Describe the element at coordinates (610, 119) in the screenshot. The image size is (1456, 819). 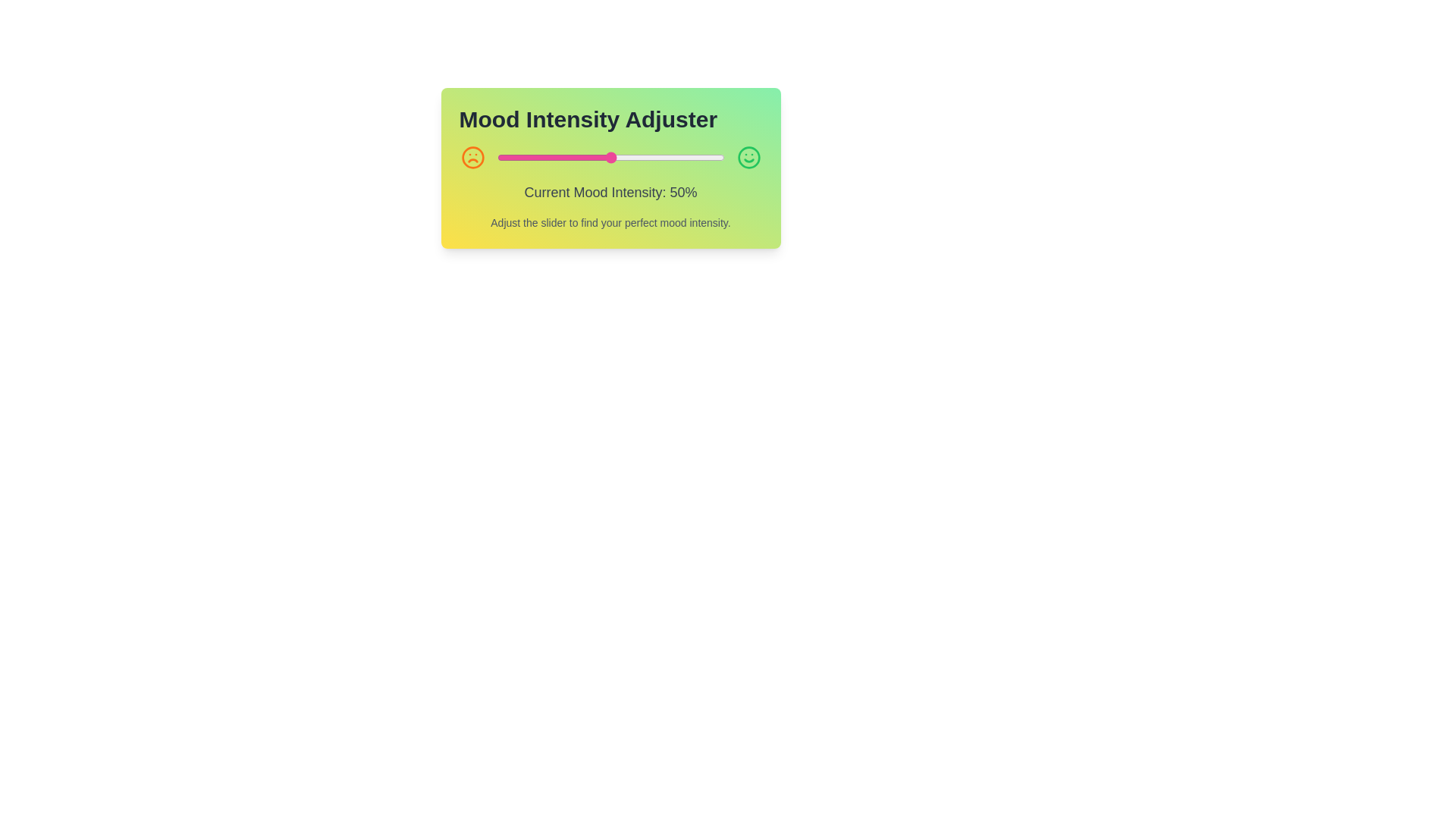
I see `the text of the header 'Mood Intensity Adjuster' for copying` at that location.